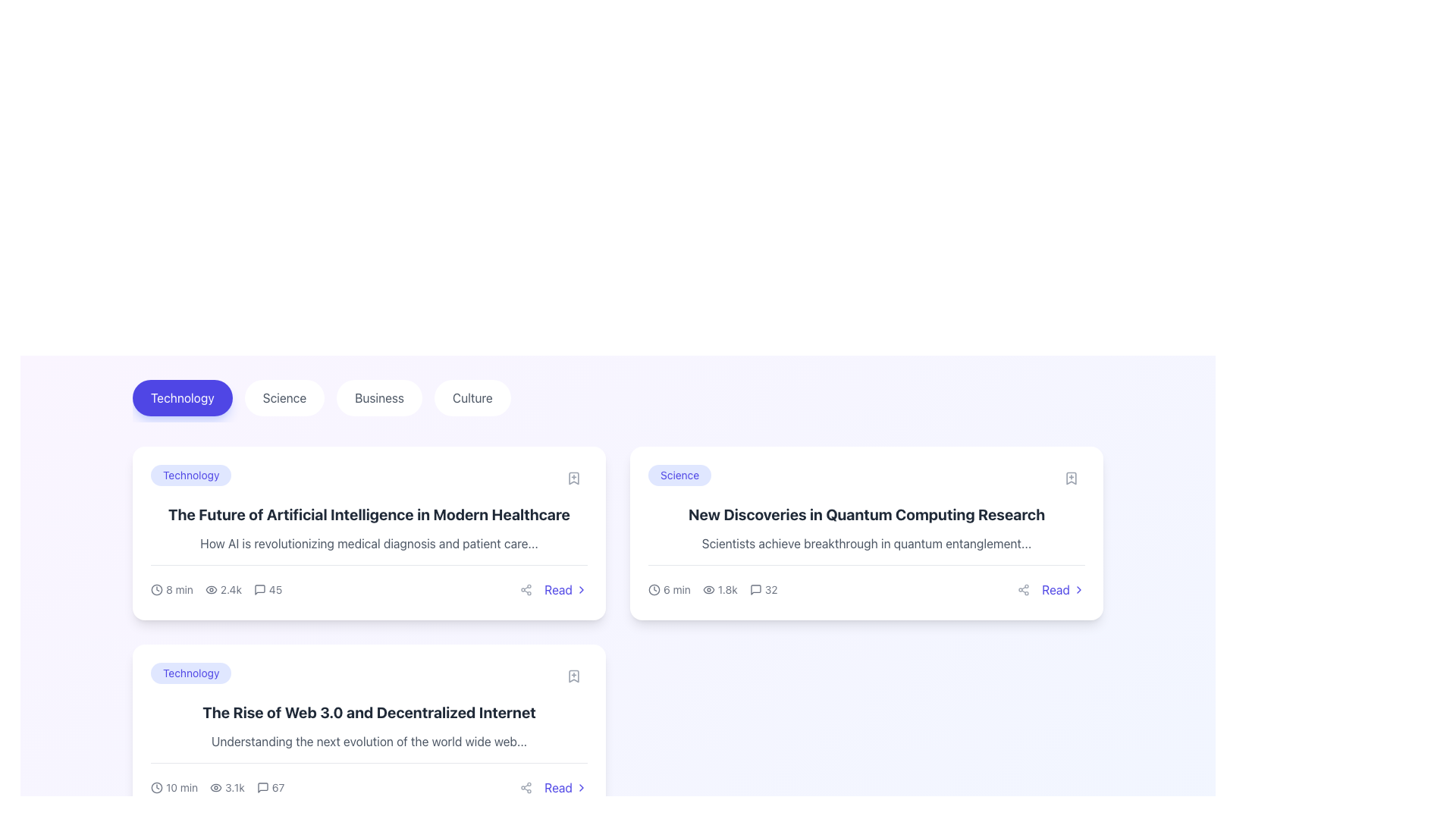 Image resolution: width=1456 pixels, height=819 pixels. I want to click on the icon that visually indicates view counts, positioned to the left of the numerical text '3.1k' below the article titled 'The Rise of Web 3.0 and Decentralized Internet', so click(215, 786).